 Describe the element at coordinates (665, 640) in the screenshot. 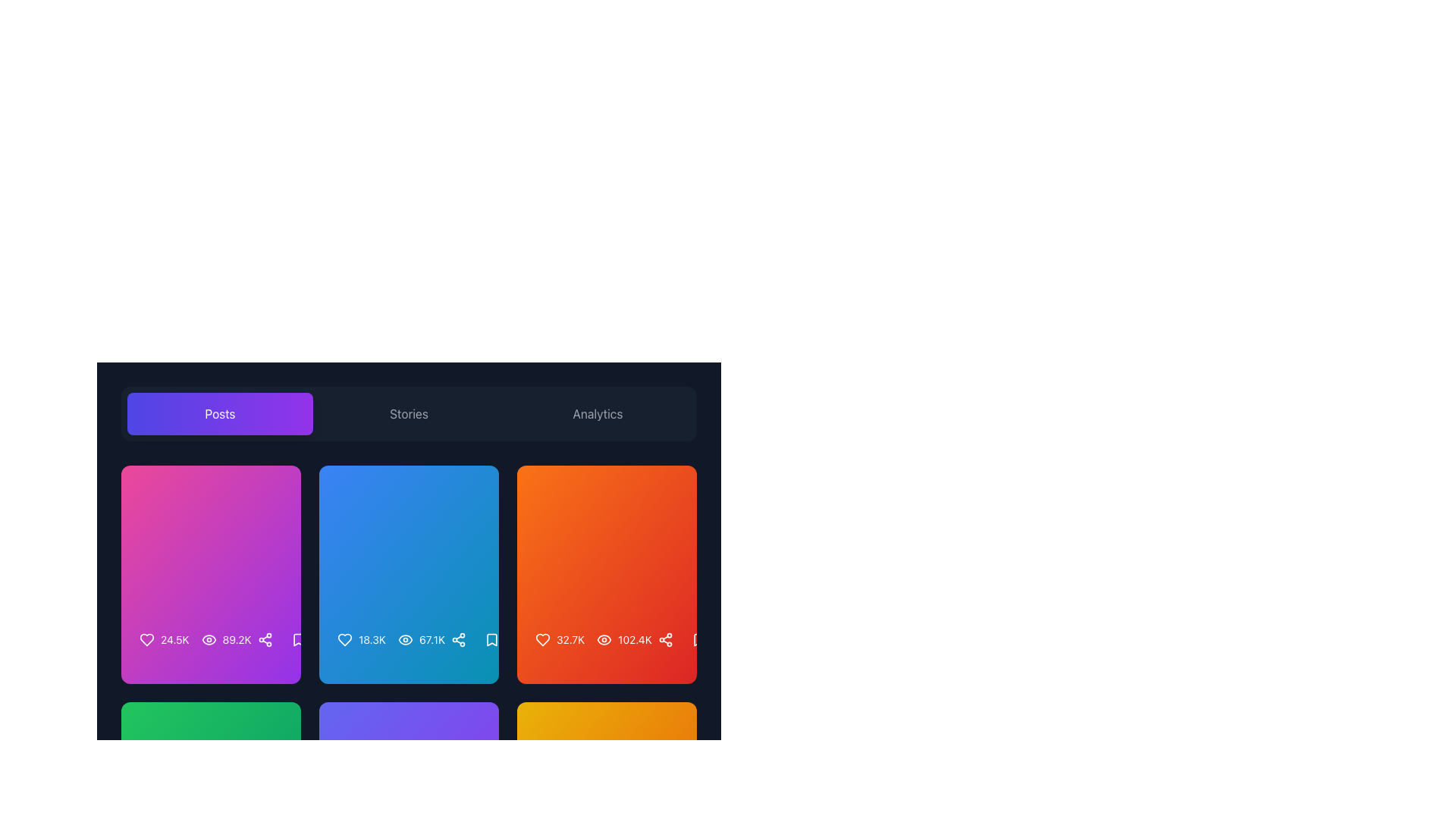

I see `the share icon located in the bottom right corner of the orange card on the second row, adjacent to the heart, eye, and bookmark icons, to share the content` at that location.